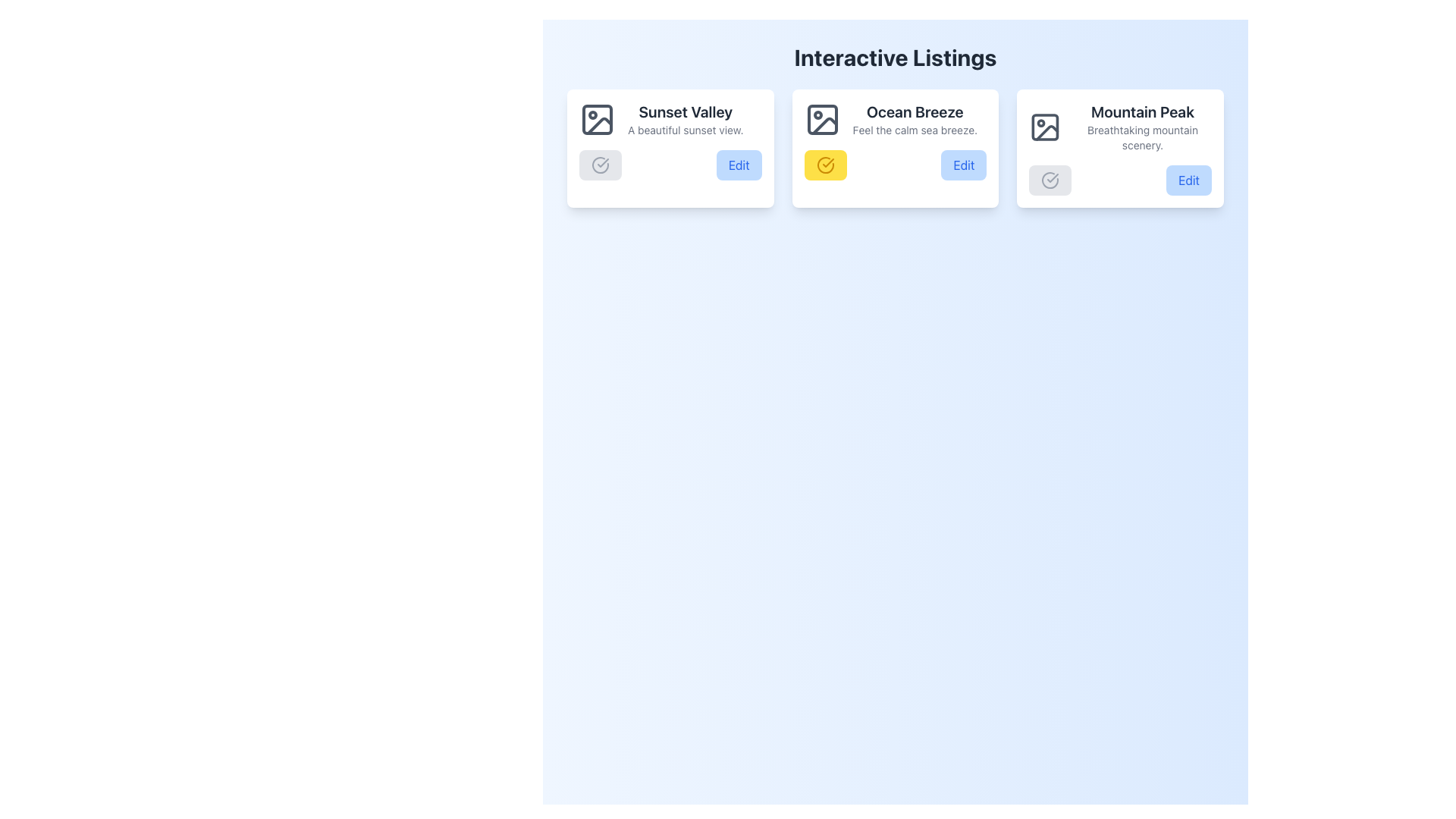 Image resolution: width=1456 pixels, height=819 pixels. Describe the element at coordinates (1120, 127) in the screenshot. I see `the text and icon display area containing the title 'Mountain Peak' and subtitle 'Breathtaking mountain scenery.'` at that location.